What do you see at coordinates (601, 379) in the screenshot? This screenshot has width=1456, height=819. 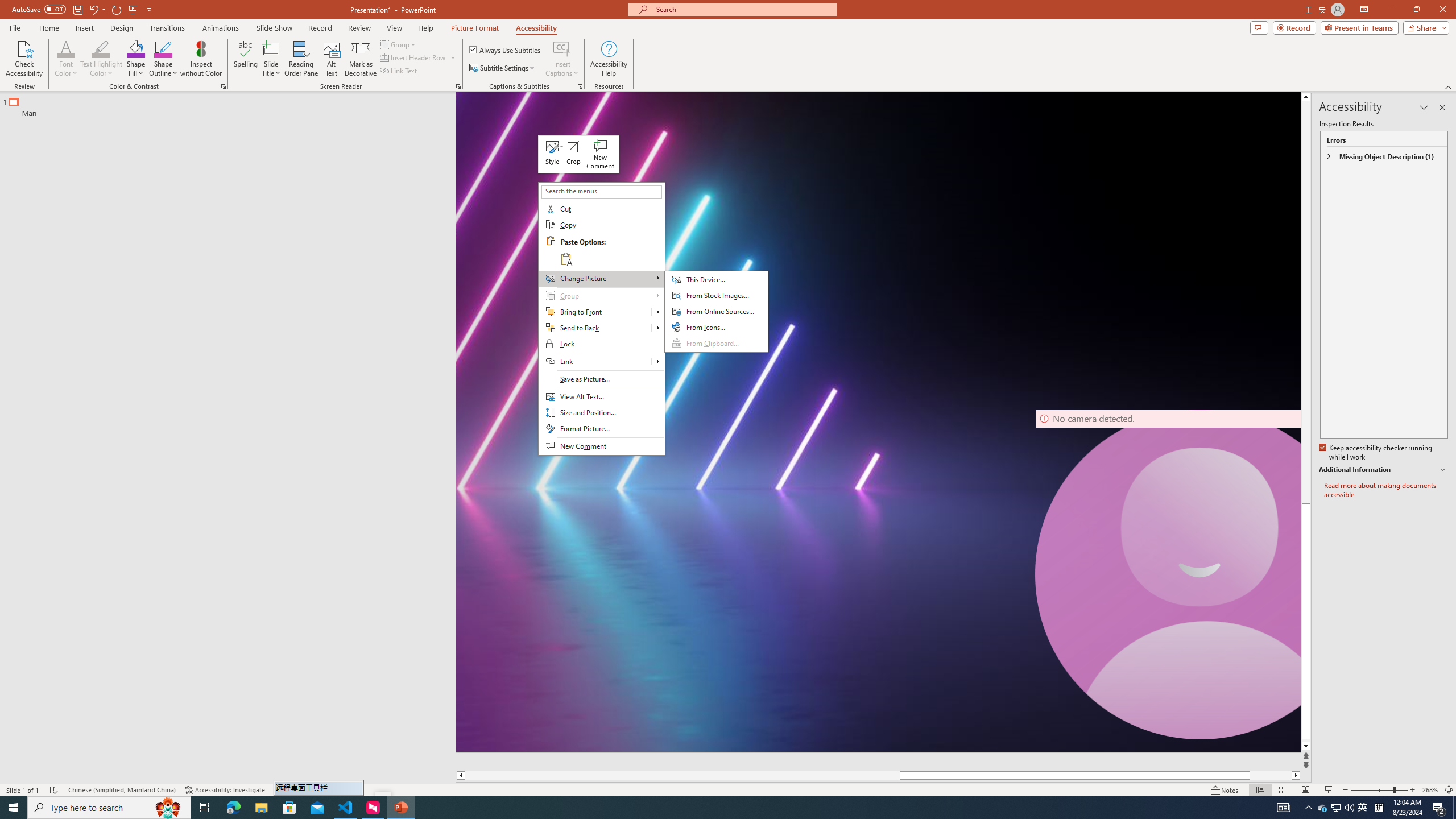 I see `'Save as Picture...'` at bounding box center [601, 379].